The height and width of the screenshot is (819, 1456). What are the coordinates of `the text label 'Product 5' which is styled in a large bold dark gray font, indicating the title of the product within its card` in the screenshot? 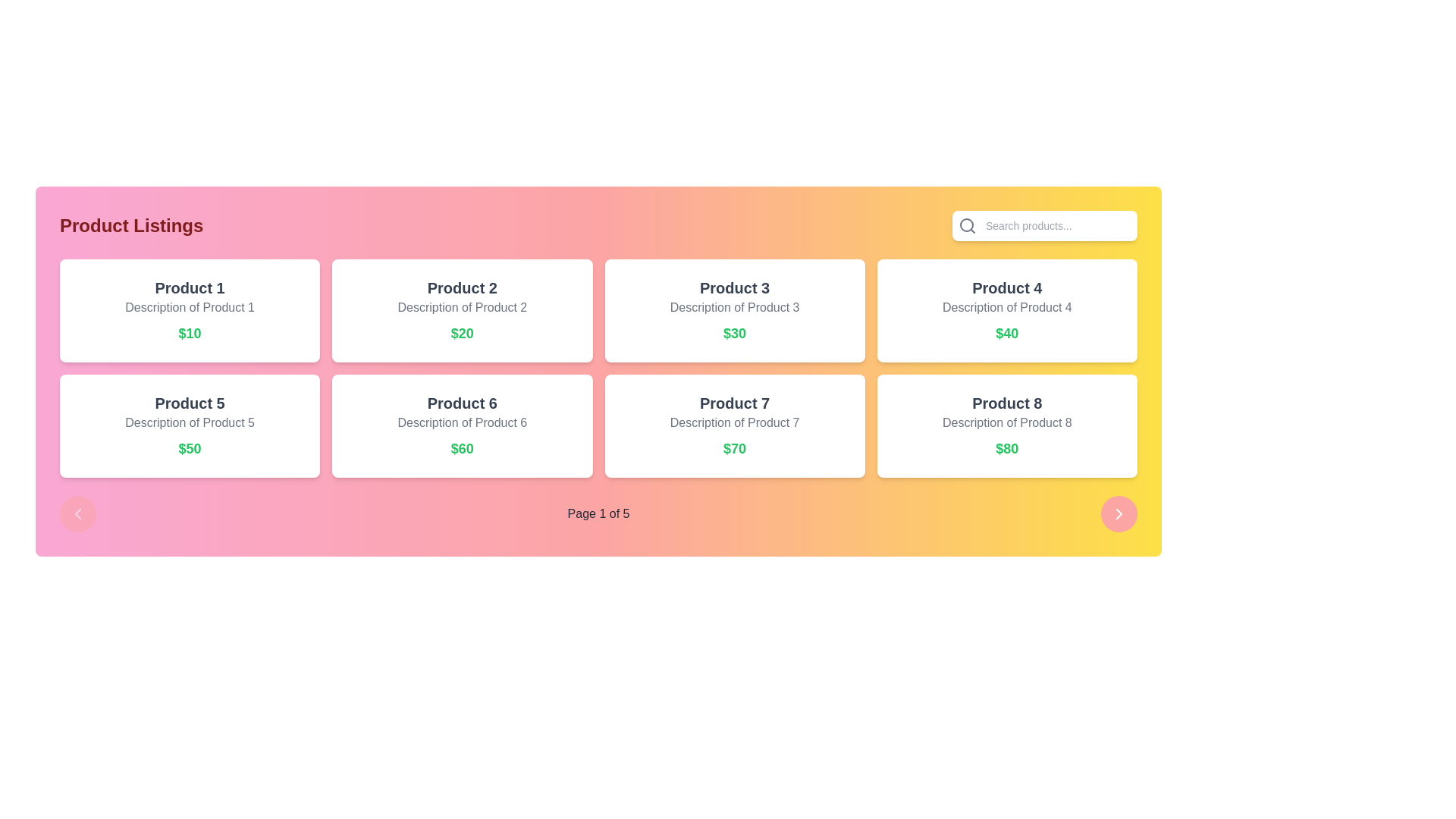 It's located at (189, 403).